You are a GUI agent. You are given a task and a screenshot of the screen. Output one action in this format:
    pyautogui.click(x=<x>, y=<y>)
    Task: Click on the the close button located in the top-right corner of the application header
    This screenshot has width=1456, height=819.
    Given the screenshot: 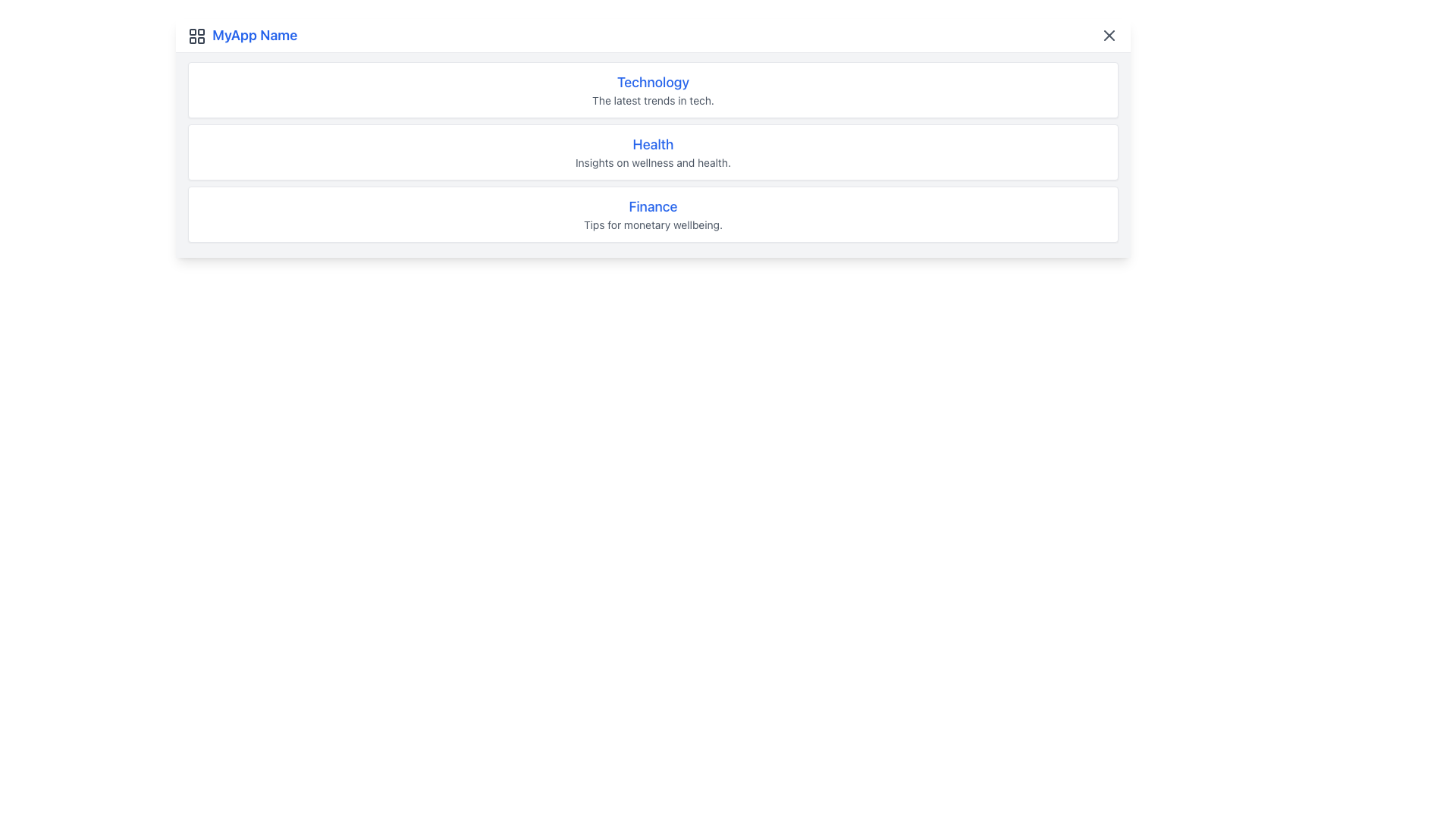 What is the action you would take?
    pyautogui.click(x=1109, y=34)
    